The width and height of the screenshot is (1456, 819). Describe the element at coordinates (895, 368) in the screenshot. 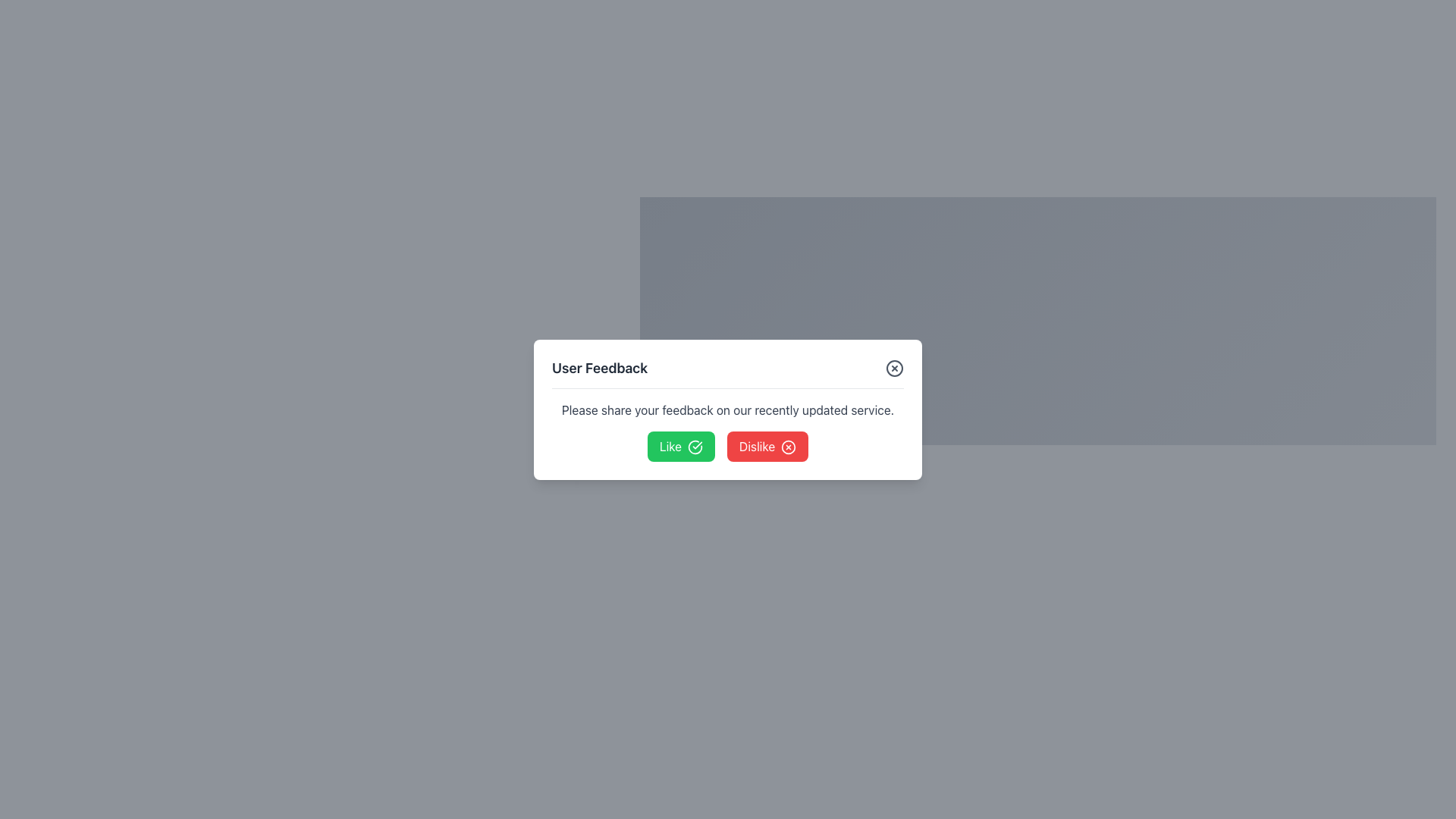

I see `the small circular icon with an 'X' mark located at the top-right corner of the 'User Feedback' title section` at that location.